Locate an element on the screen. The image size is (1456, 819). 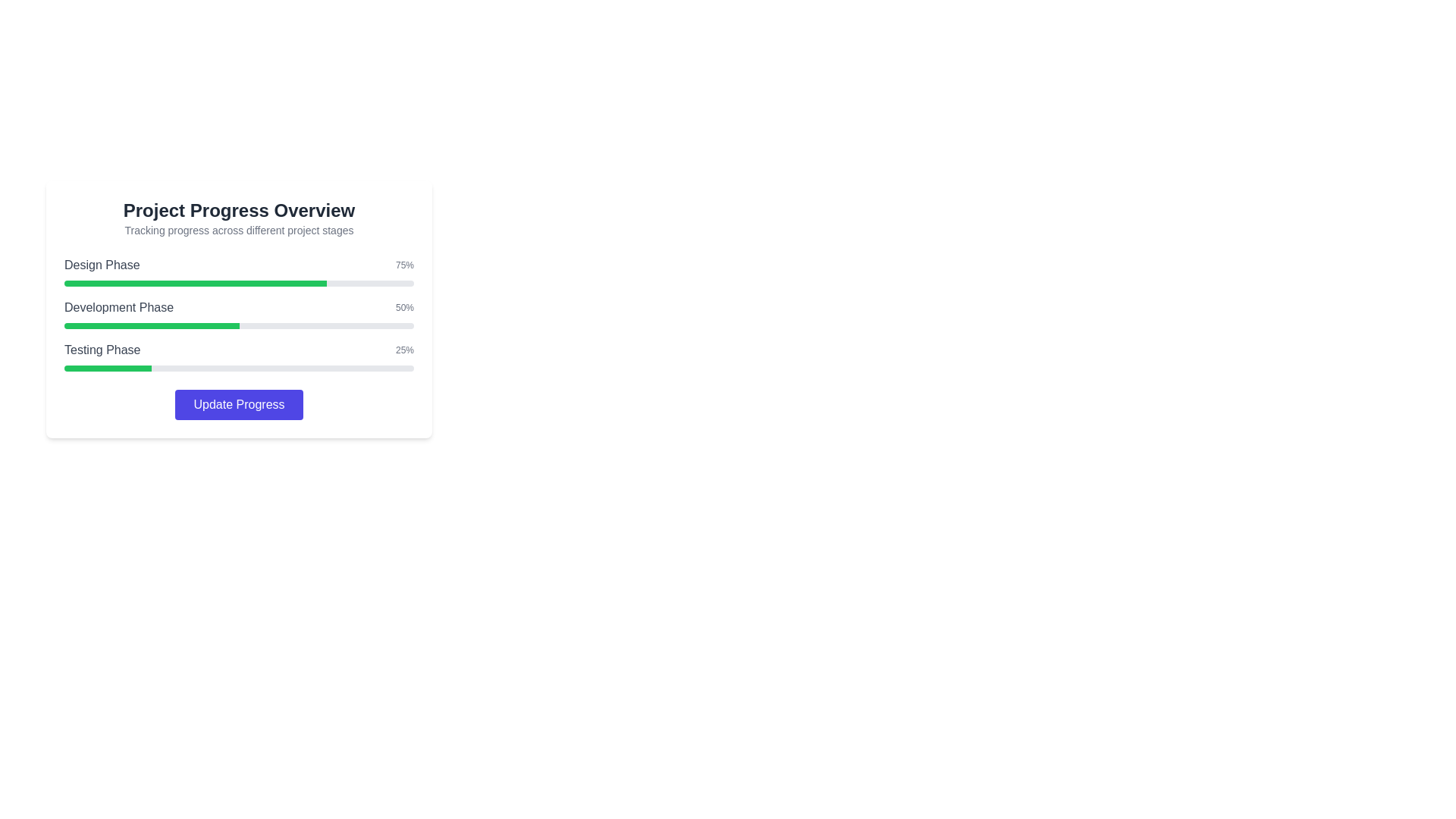
the second progress bar indicating the 'Development Phase', which is centrally aligned below the title and above the value '50%' is located at coordinates (238, 325).